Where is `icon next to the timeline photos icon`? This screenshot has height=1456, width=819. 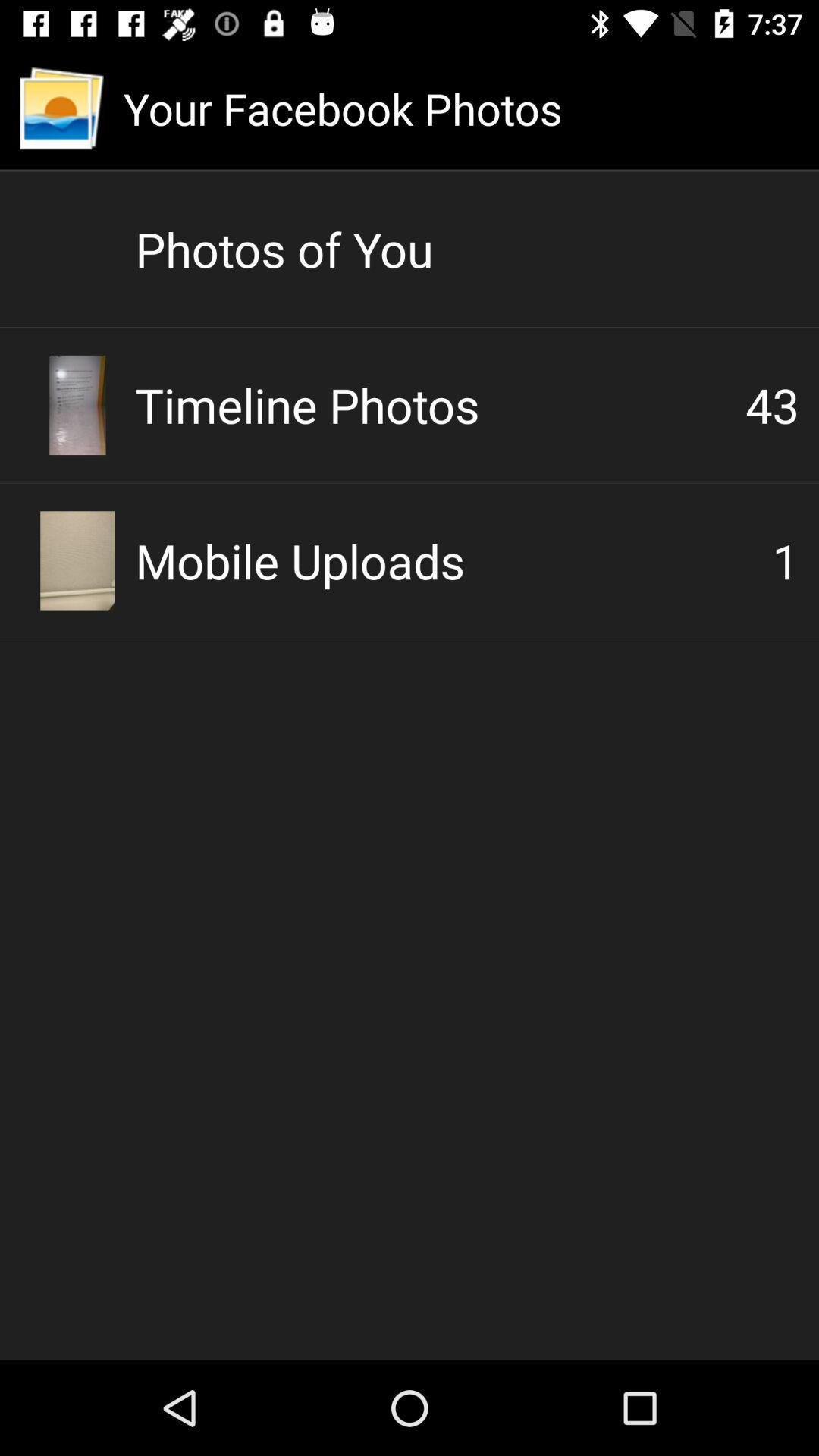 icon next to the timeline photos icon is located at coordinates (772, 404).